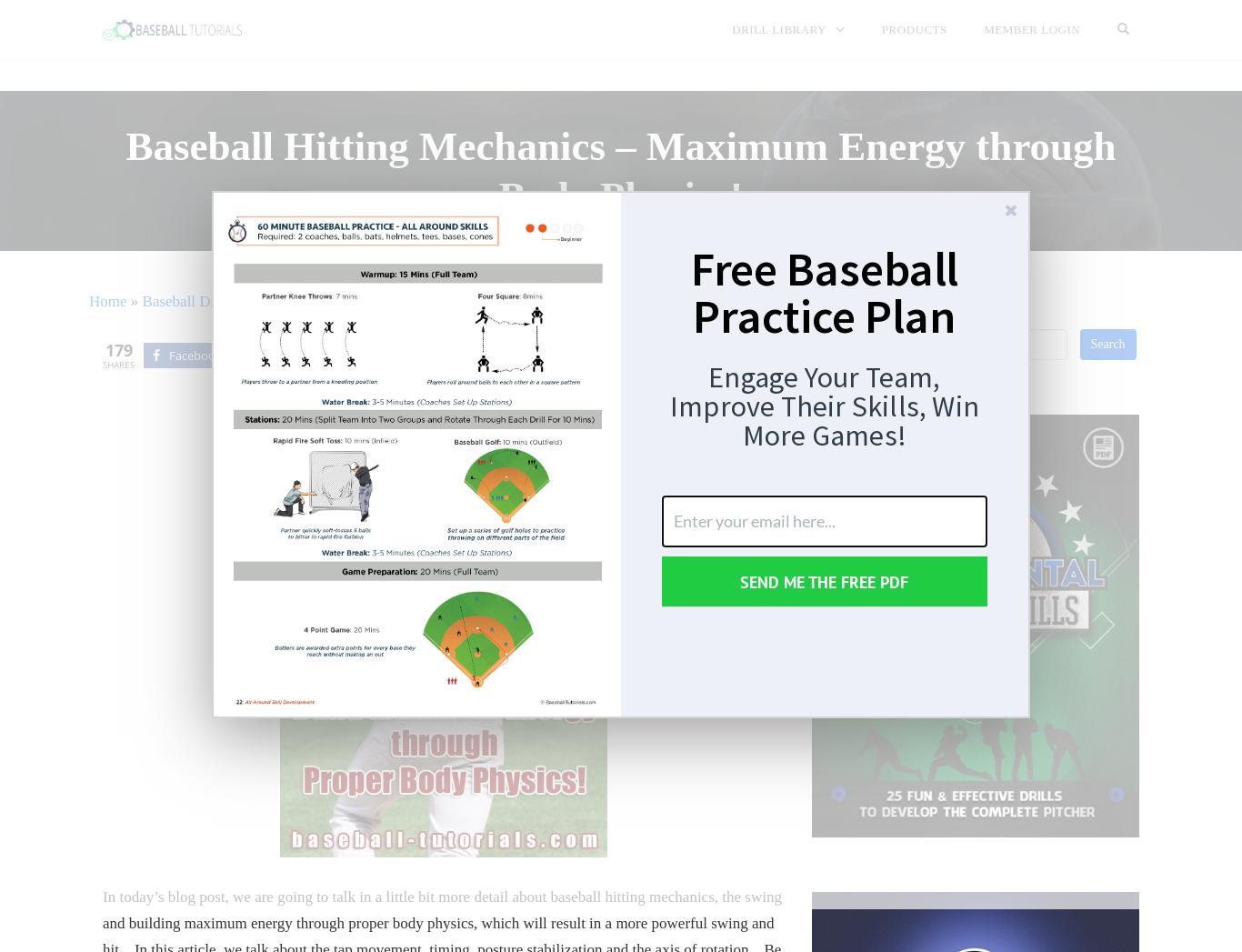 This screenshot has height=952, width=1242. What do you see at coordinates (117, 364) in the screenshot?
I see `'shares'` at bounding box center [117, 364].